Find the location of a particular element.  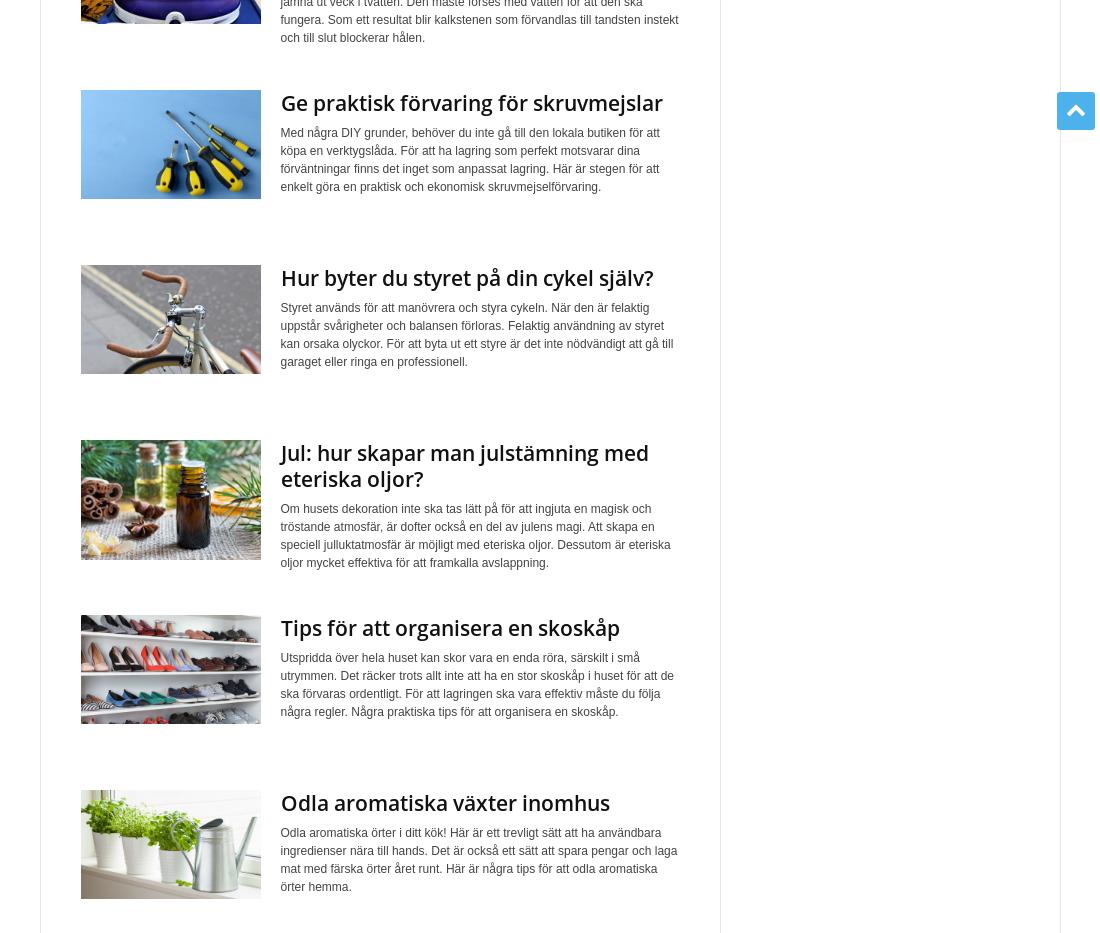

'Styret används för att manövrera och styra cykeln. När den är felaktig uppstår svårigheter och balansen förloras. Felaktig användning av styret kan orsaka olyckor. För att byta ut ett styre är det inte nödvändigt att gå till garaget eller ringa en professionell.' is located at coordinates (475, 334).